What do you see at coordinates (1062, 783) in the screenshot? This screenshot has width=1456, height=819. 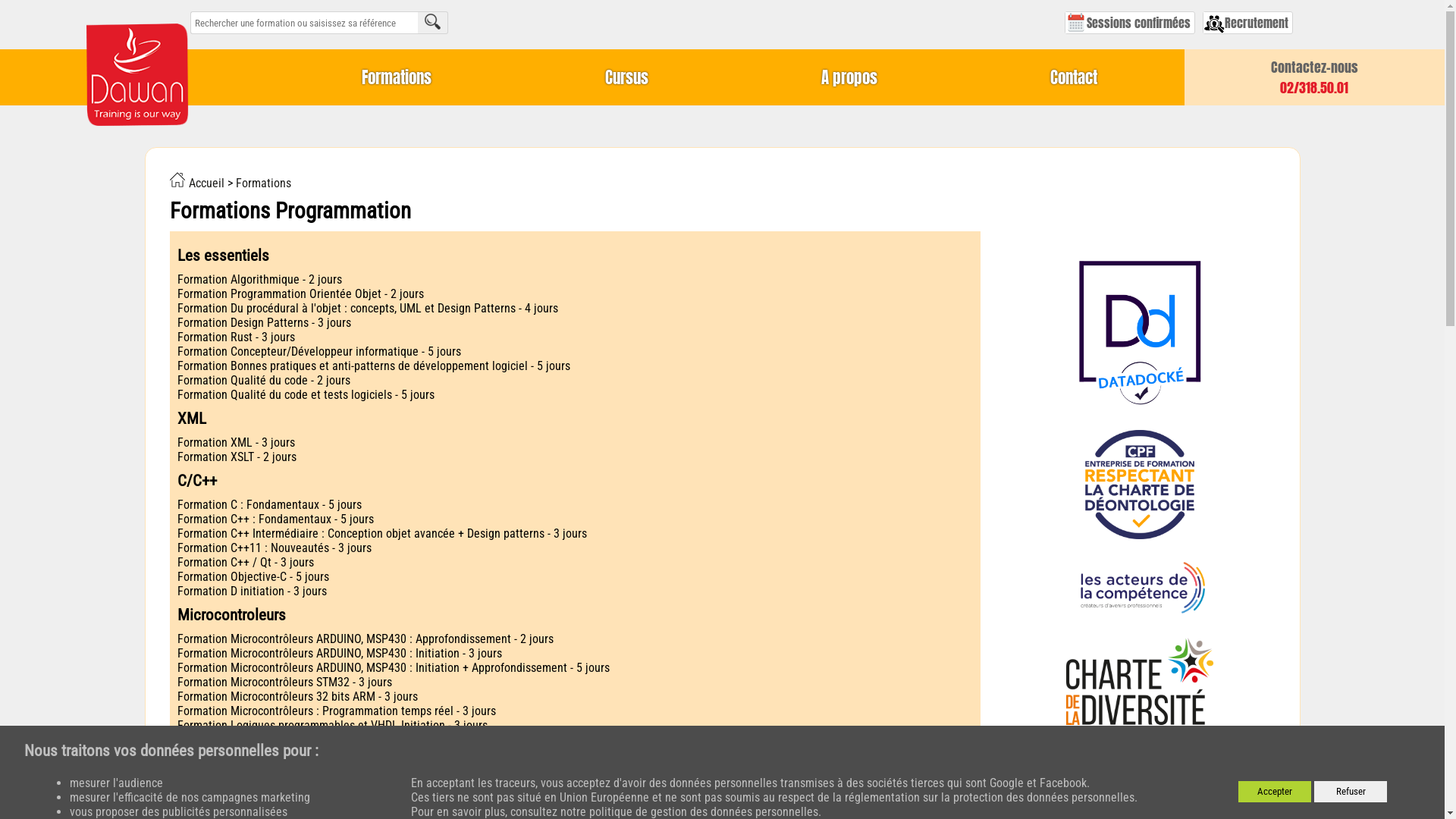 I see `'Facebook'` at bounding box center [1062, 783].